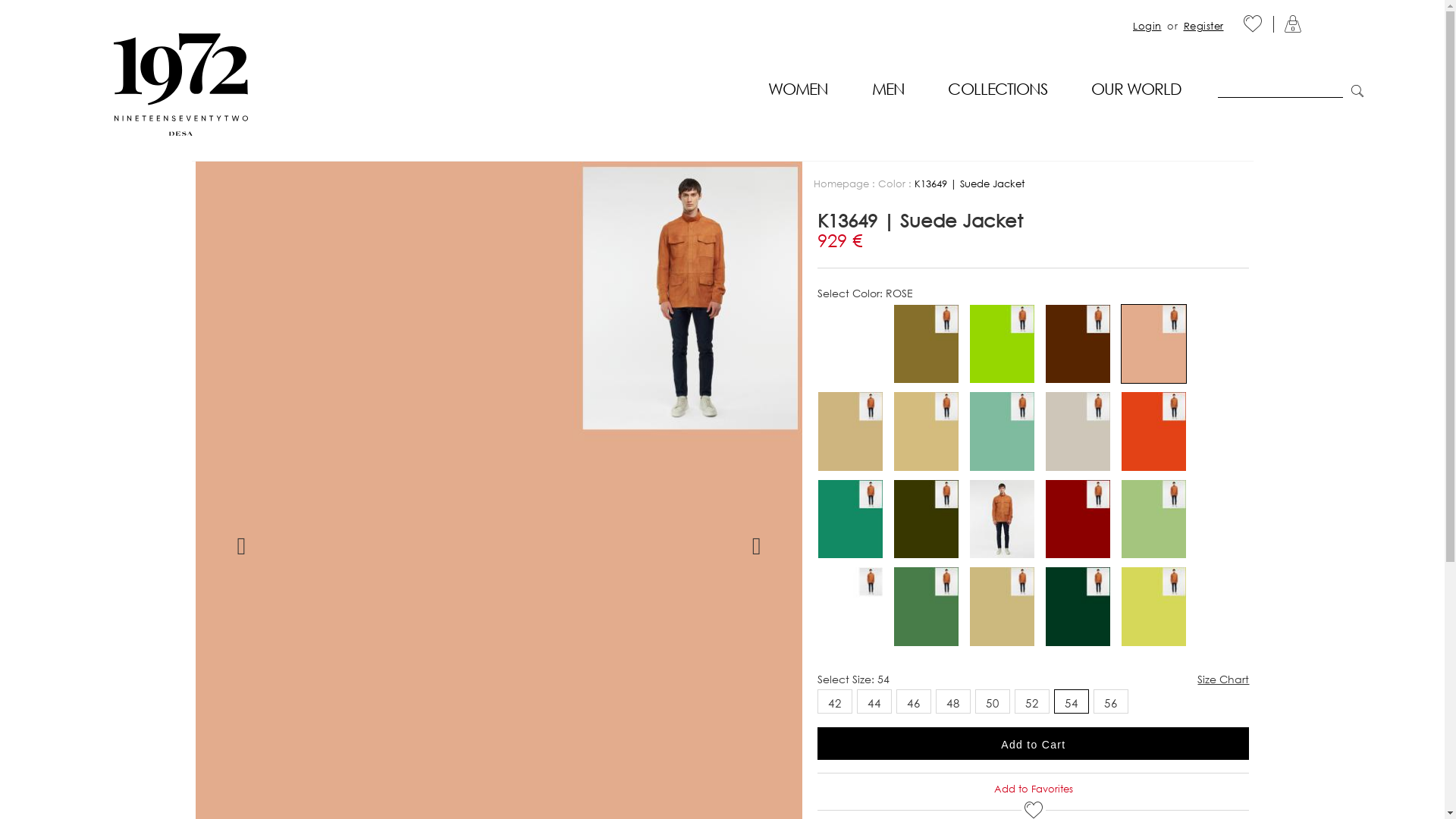  I want to click on '52', so click(1015, 701).